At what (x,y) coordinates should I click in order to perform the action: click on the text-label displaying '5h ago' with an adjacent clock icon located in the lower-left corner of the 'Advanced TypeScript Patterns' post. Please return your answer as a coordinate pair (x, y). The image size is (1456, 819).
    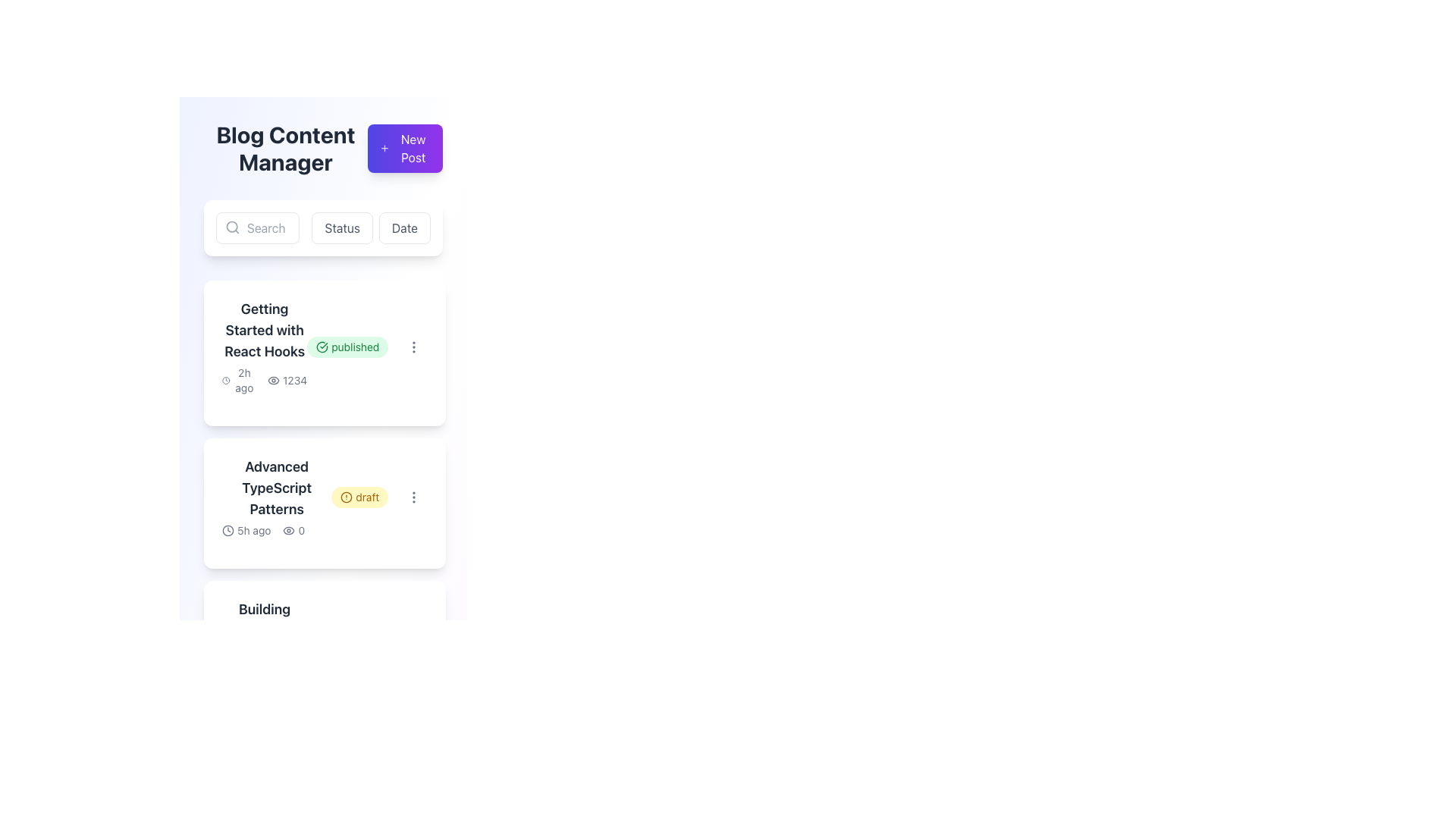
    Looking at the image, I should click on (246, 529).